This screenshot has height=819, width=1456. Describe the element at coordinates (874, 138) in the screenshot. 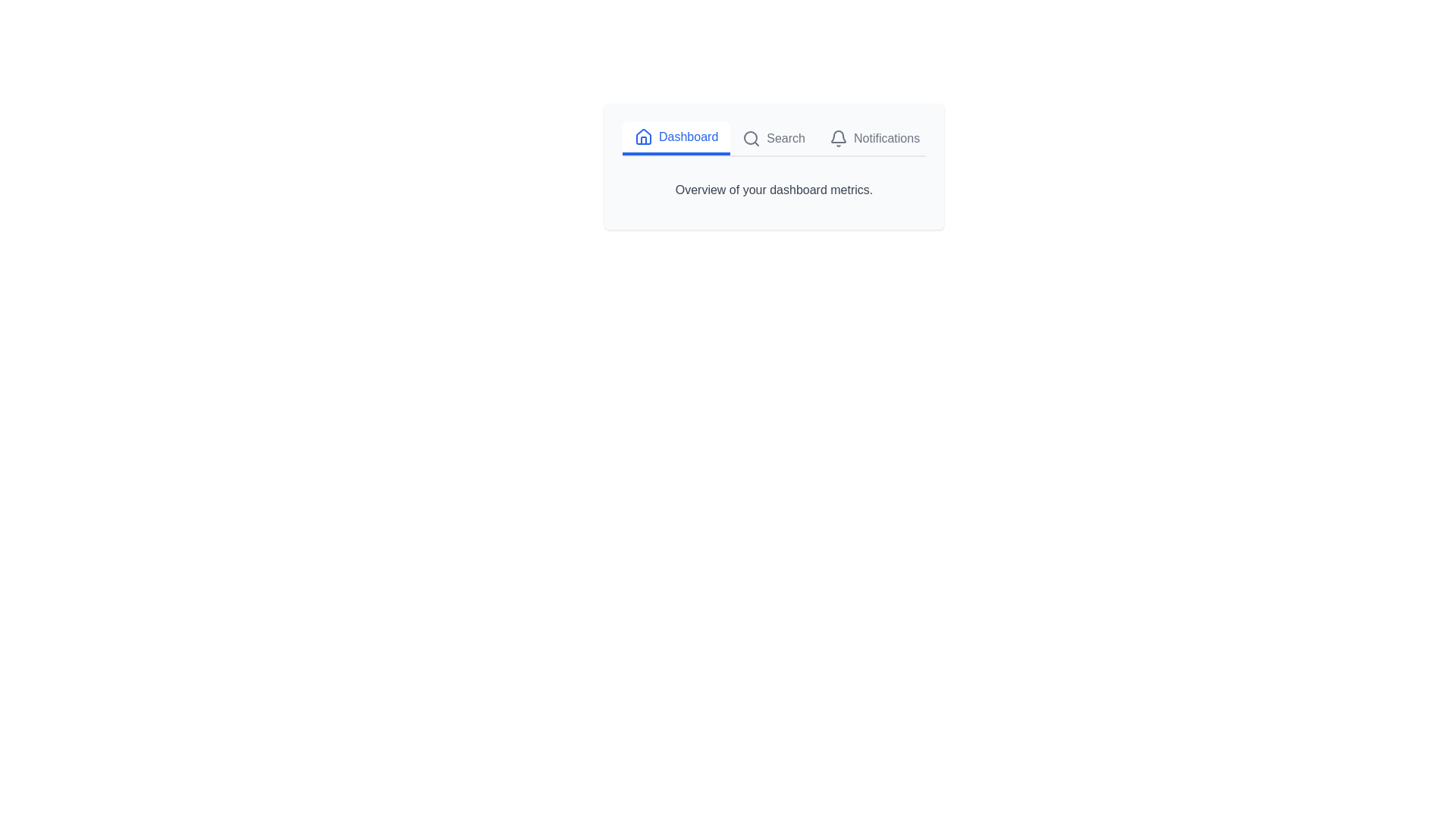

I see `the tab Notifications to observe the hover effect` at that location.